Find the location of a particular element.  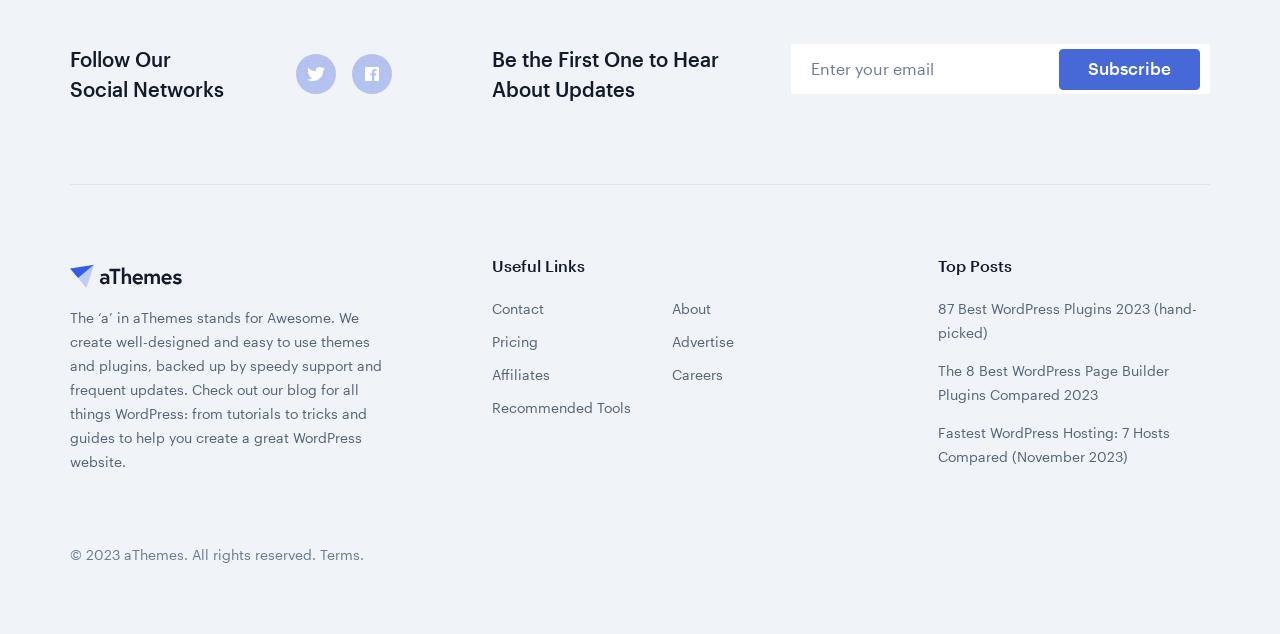

'Advertise' is located at coordinates (701, 90).